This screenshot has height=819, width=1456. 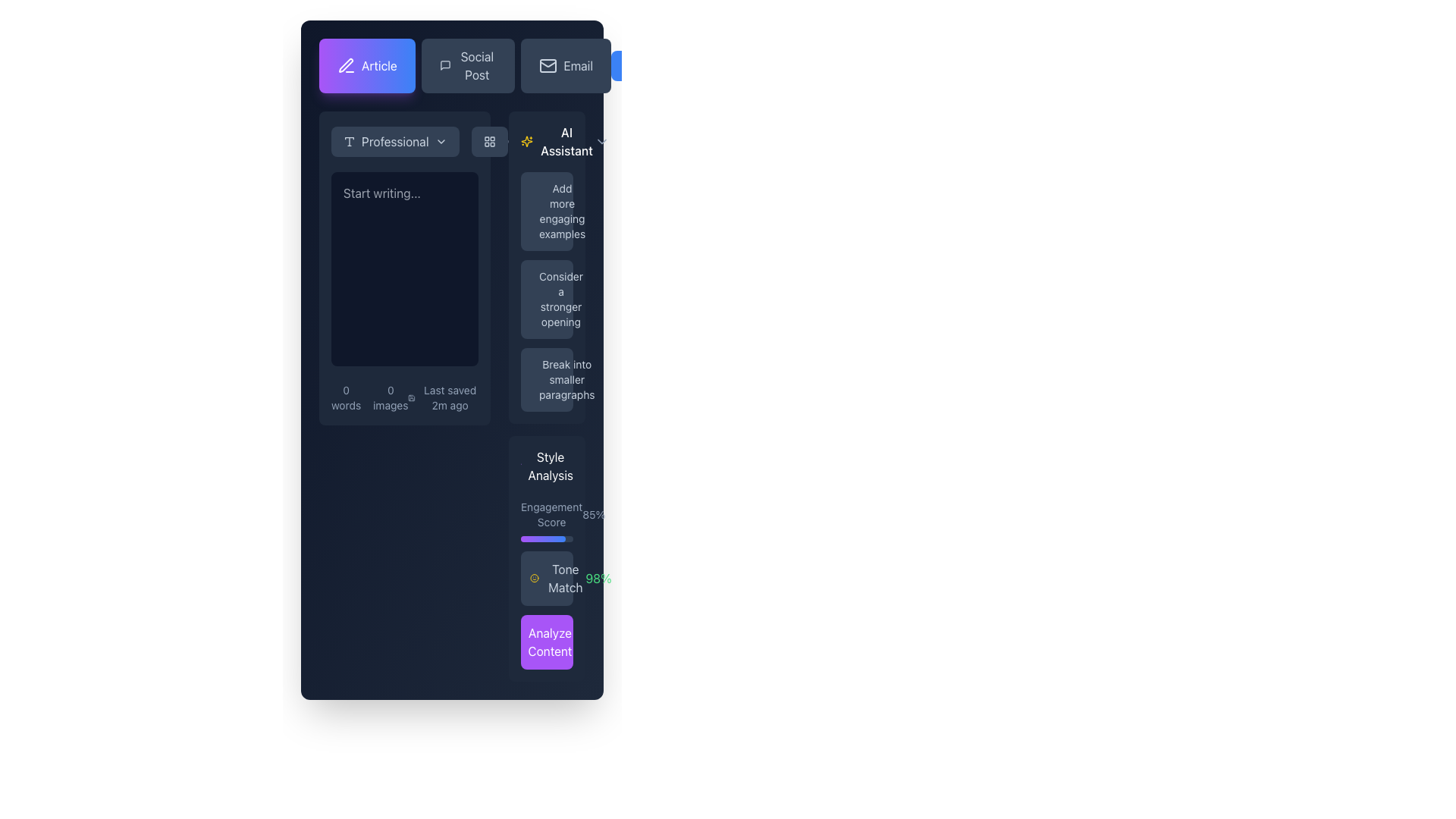 I want to click on the circular part of the smiley face icon, which is a decorative element under the 'Style Analysis' heading and near the 'Tone Match' indicator, so click(x=535, y=579).